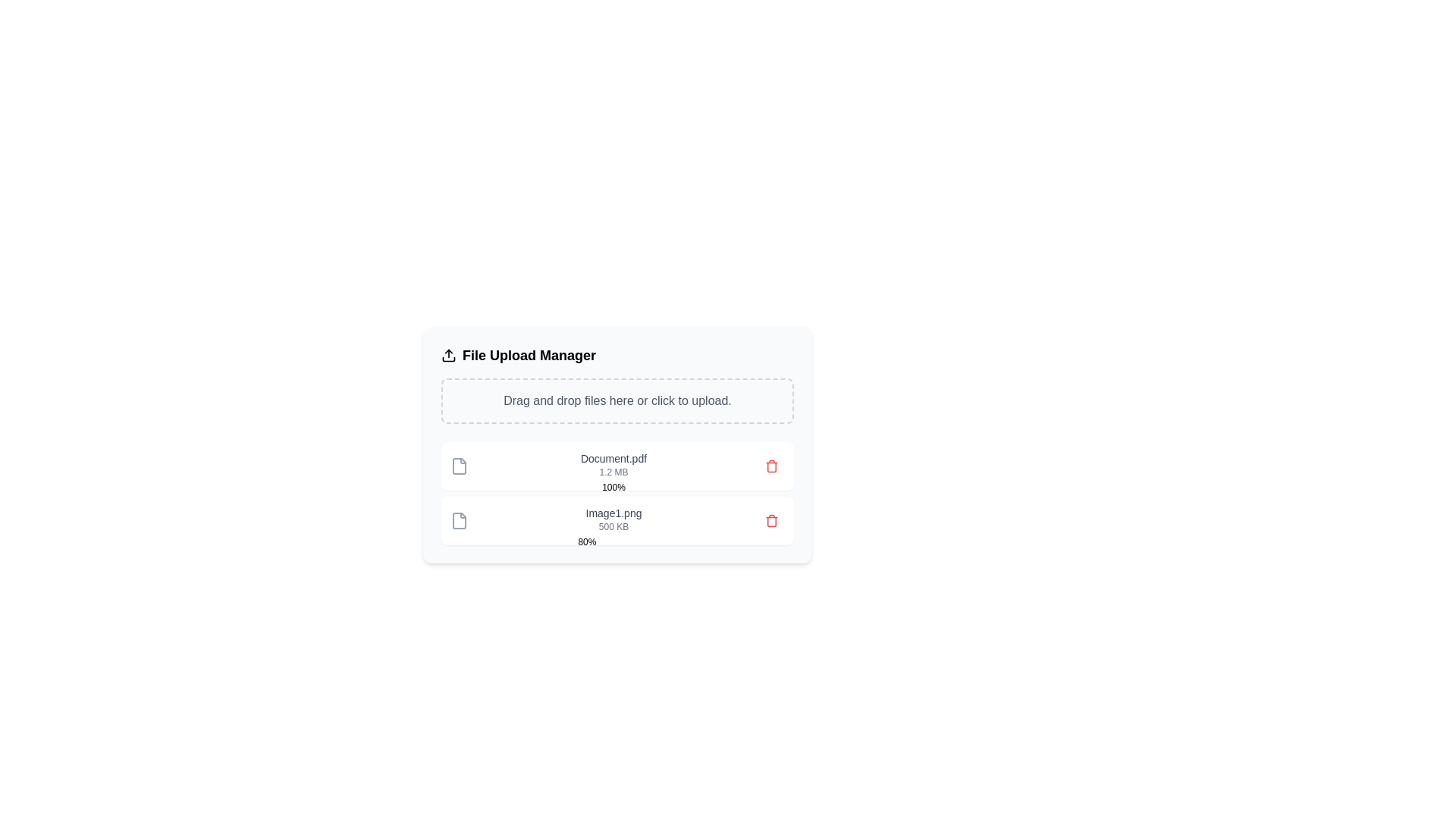 This screenshot has width=1456, height=819. Describe the element at coordinates (613, 458) in the screenshot. I see `text content of the Text label that identifies the file in the upload interface, which is positioned above the '1.2 MB' text` at that location.